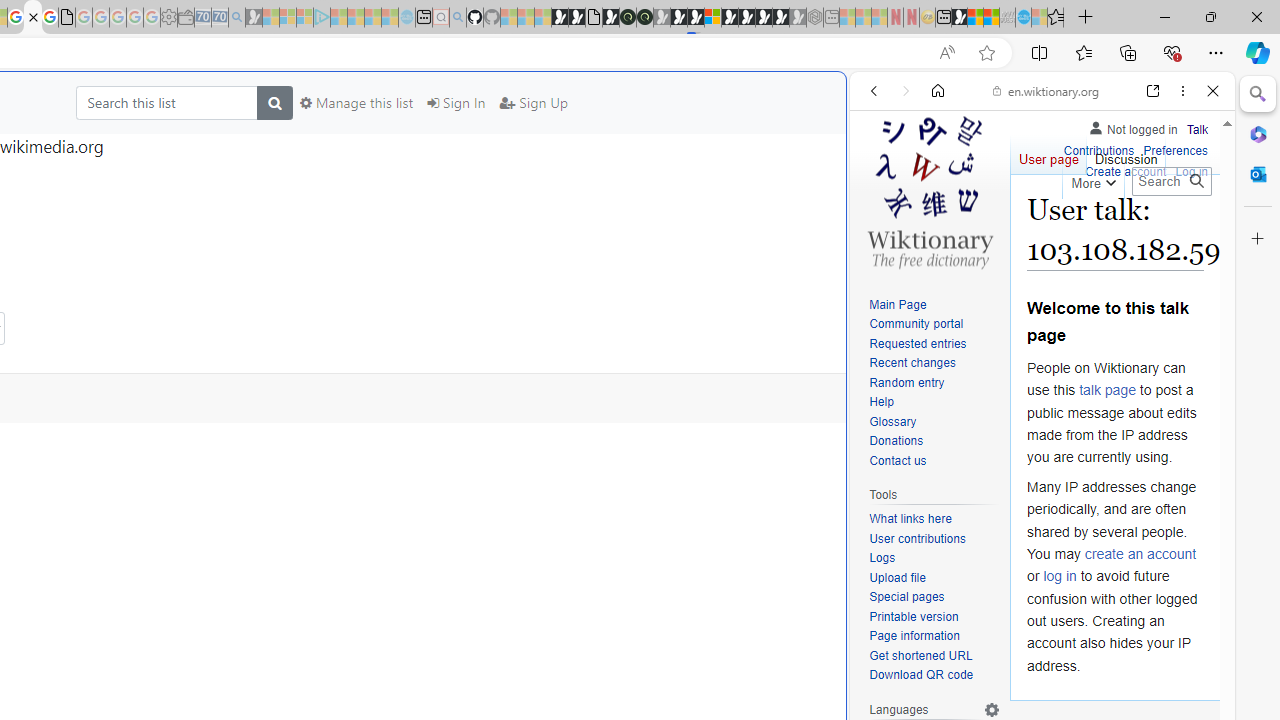 Image resolution: width=1280 pixels, height=720 pixels. I want to click on 'Requested entries', so click(916, 342).